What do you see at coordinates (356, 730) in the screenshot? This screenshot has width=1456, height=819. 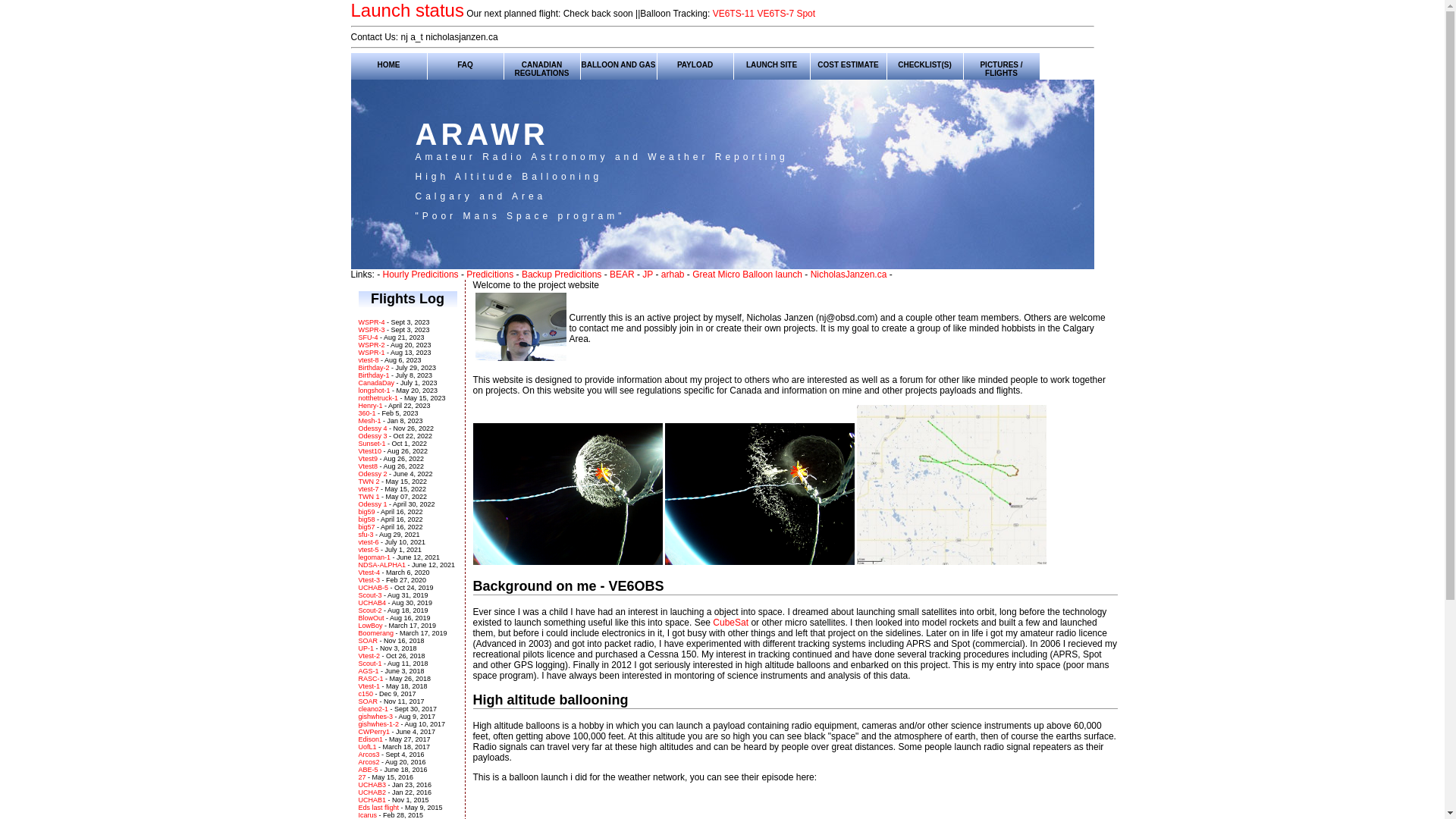 I see `'CWPerry1'` at bounding box center [356, 730].